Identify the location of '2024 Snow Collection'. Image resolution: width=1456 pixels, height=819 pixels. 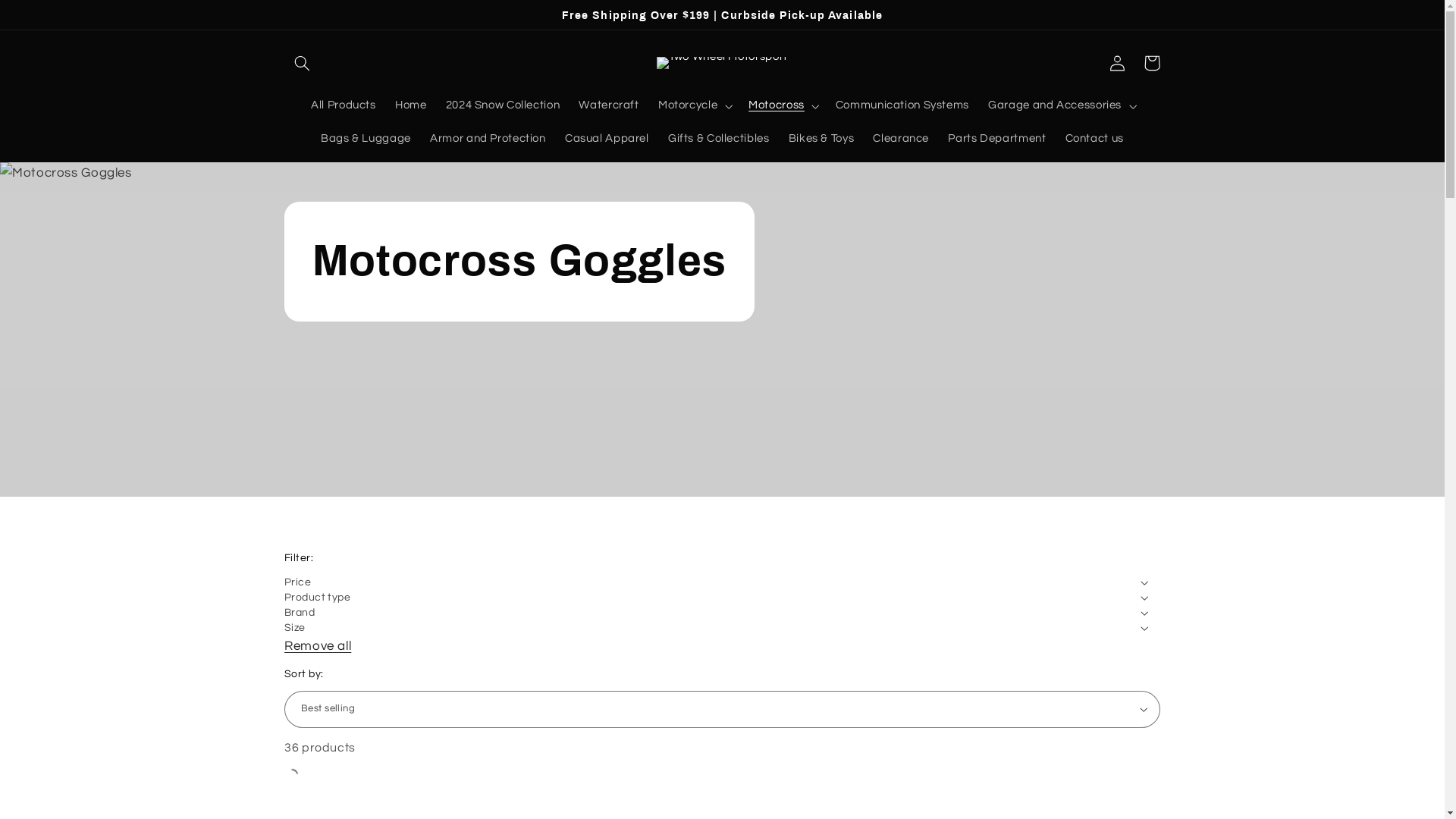
(502, 105).